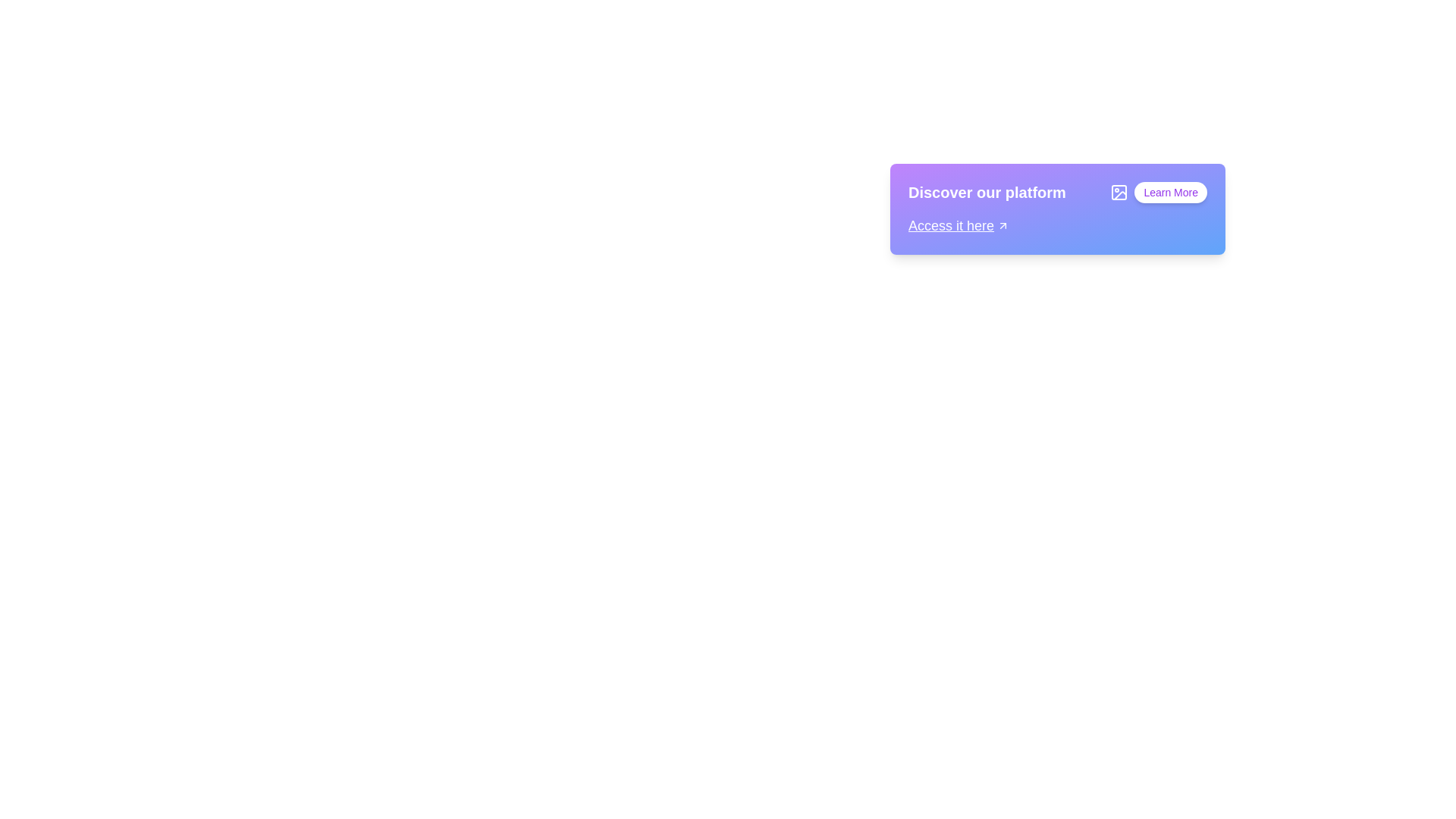  Describe the element at coordinates (1158, 192) in the screenshot. I see `the action button located in the top-right corner of the section with a gradient background, following the text 'Discover our platform'` at that location.